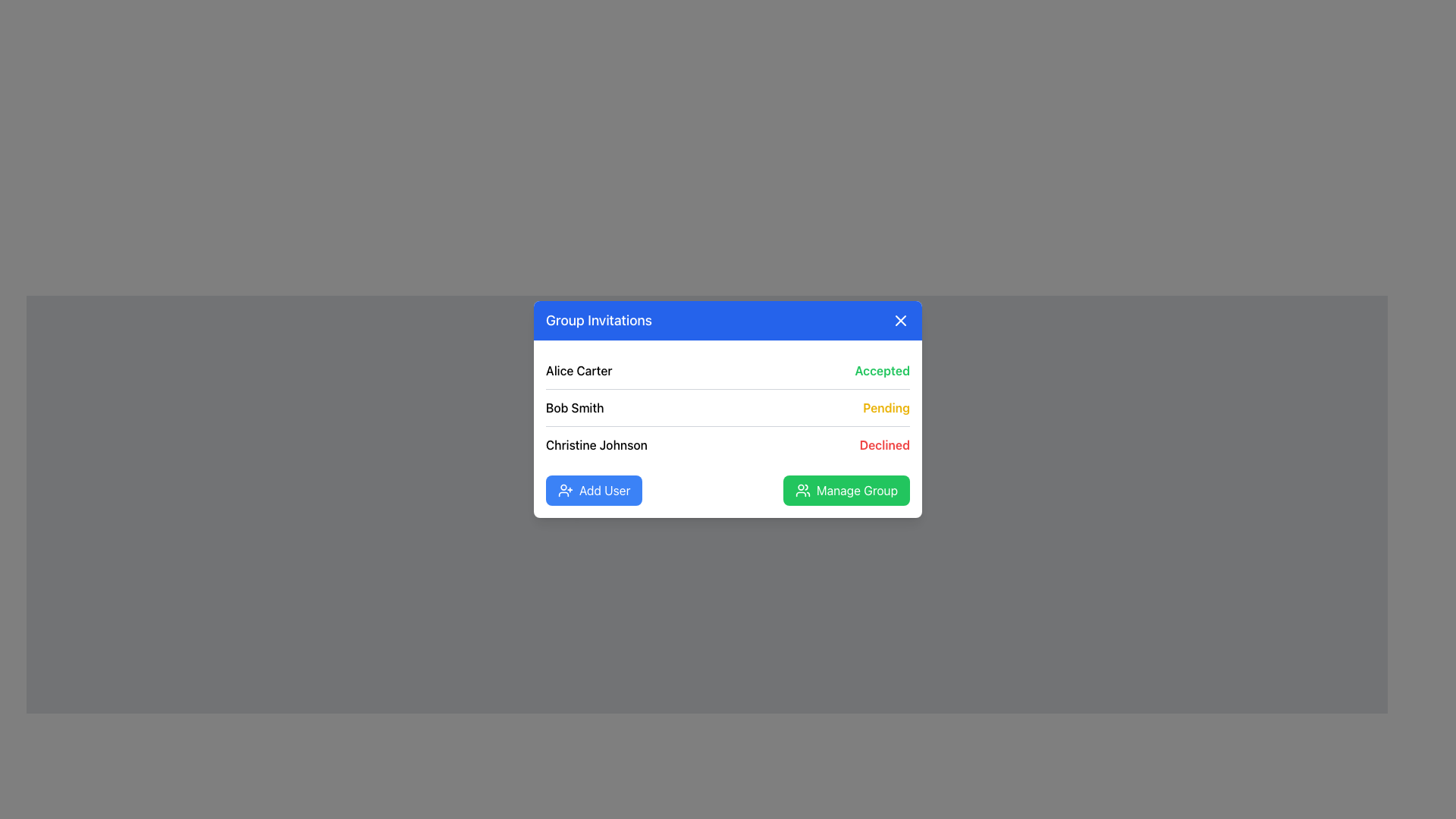  What do you see at coordinates (802, 491) in the screenshot?
I see `the Icon associated with the 'Manage Group' button, located at the bottom-right of the modal dialog box, positioned to the left of the text` at bounding box center [802, 491].